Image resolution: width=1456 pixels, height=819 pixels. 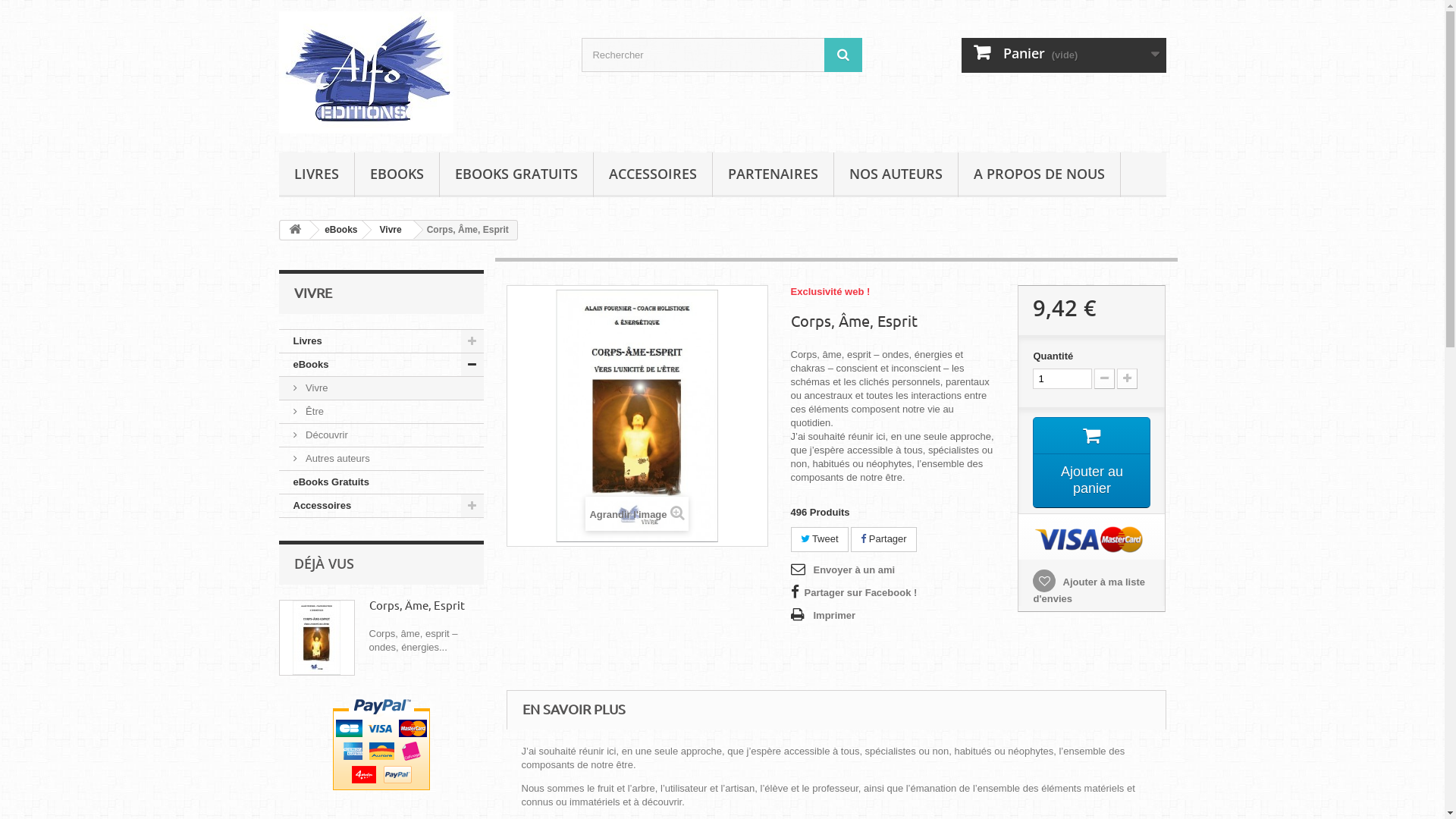 I want to click on 'Tweet', so click(x=818, y=538).